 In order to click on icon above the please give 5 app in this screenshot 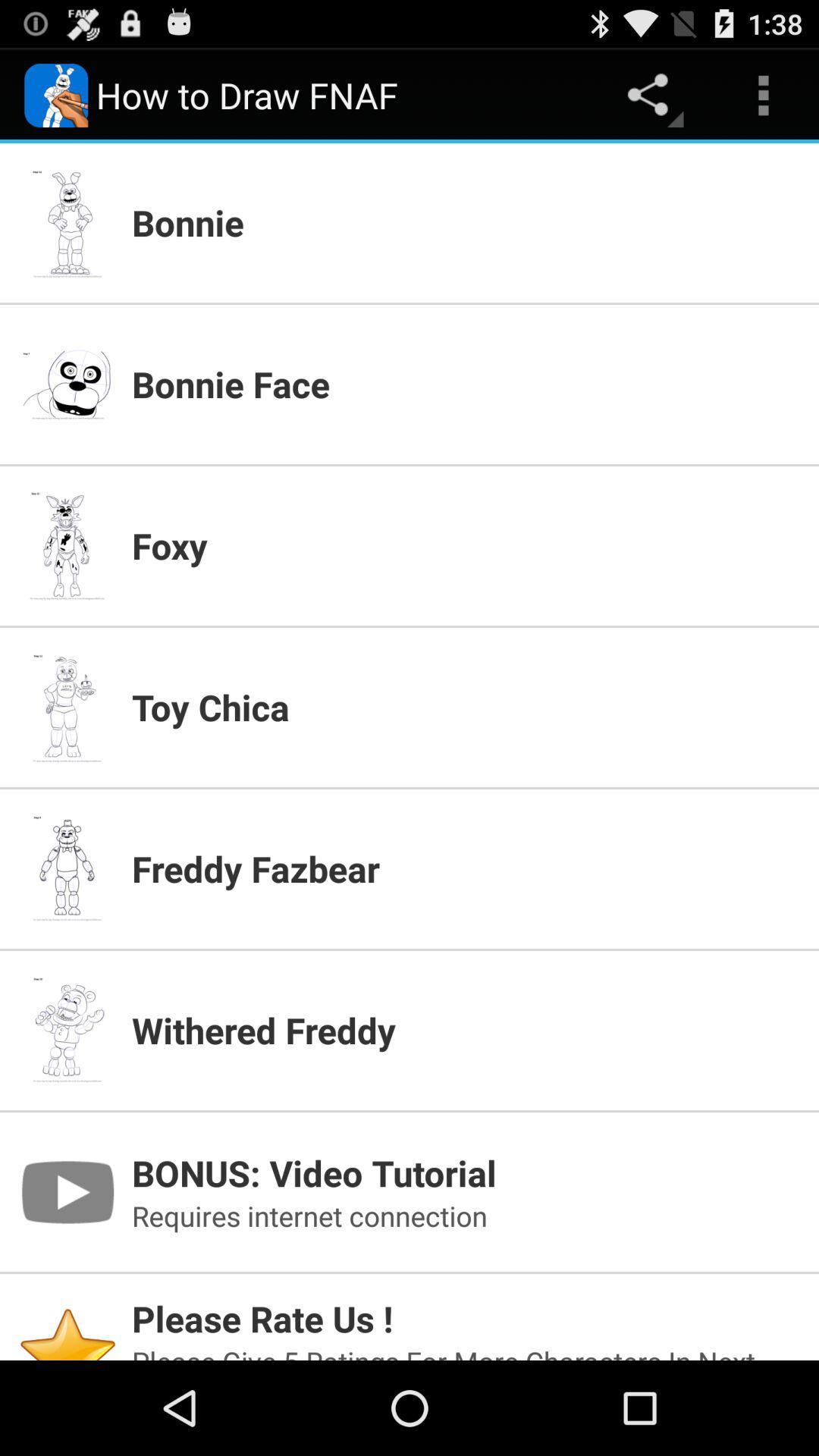, I will do `click(465, 1317)`.